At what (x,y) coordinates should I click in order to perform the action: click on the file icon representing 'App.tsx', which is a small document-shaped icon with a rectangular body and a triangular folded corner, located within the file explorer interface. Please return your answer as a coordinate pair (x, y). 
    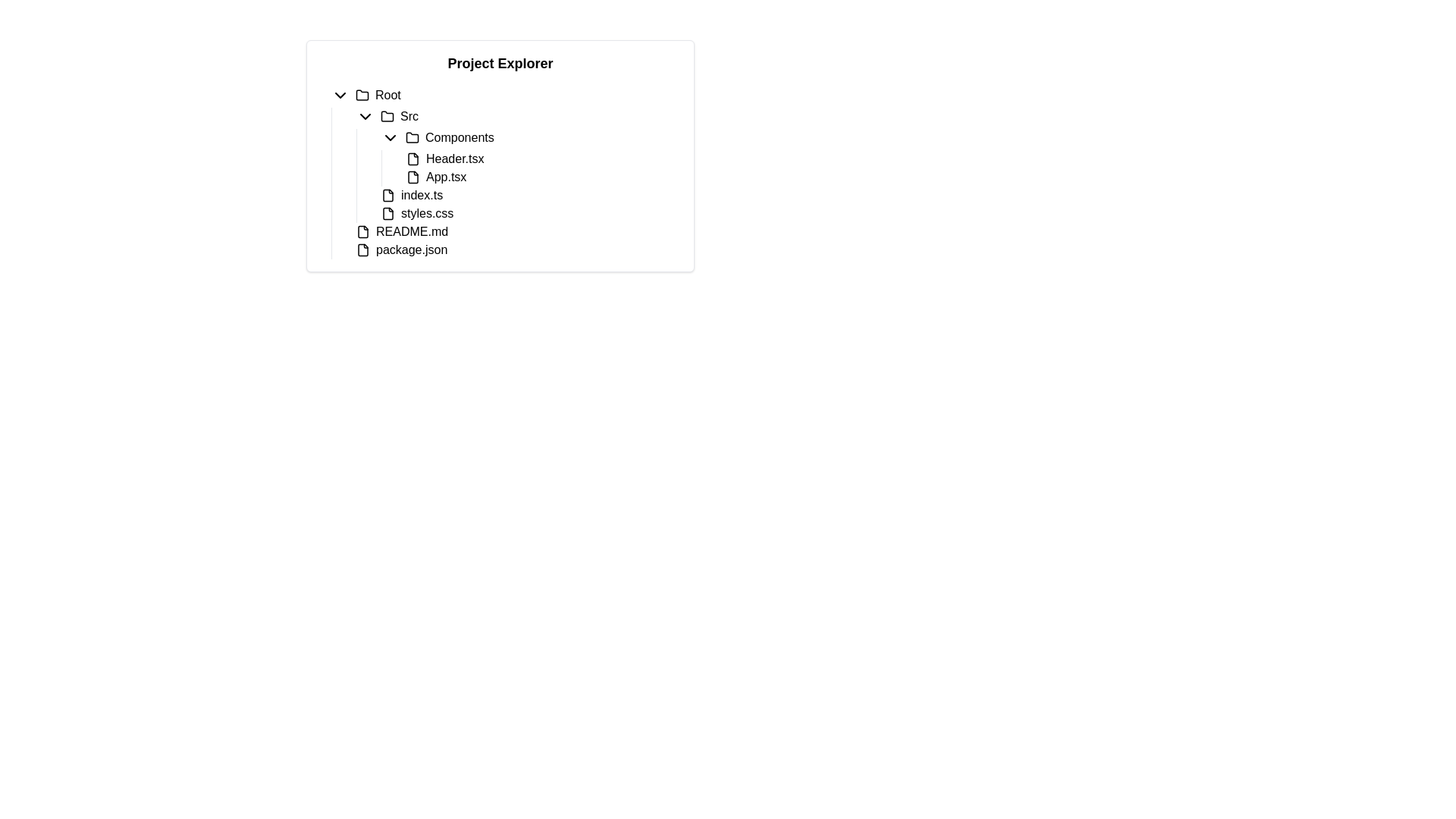
    Looking at the image, I should click on (413, 177).